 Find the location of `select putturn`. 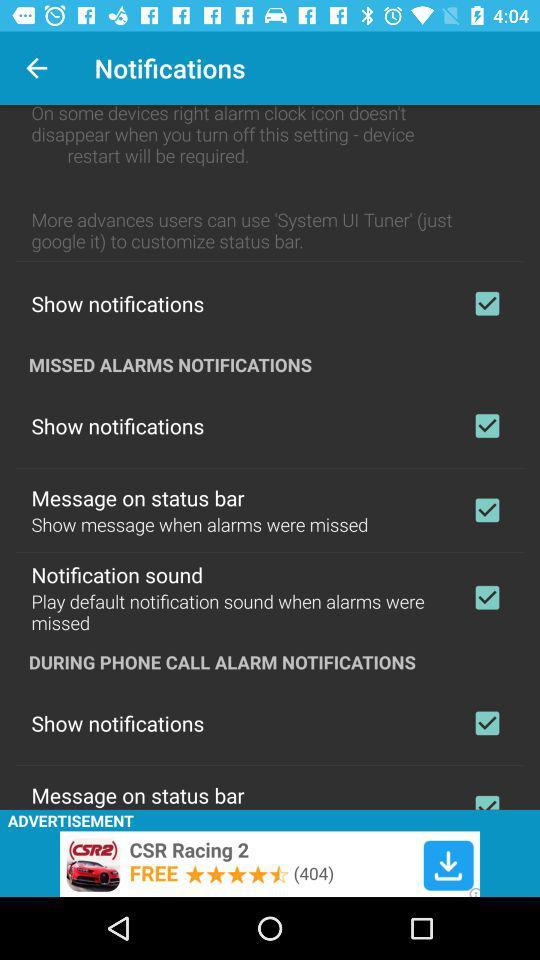

select putturn is located at coordinates (486, 509).